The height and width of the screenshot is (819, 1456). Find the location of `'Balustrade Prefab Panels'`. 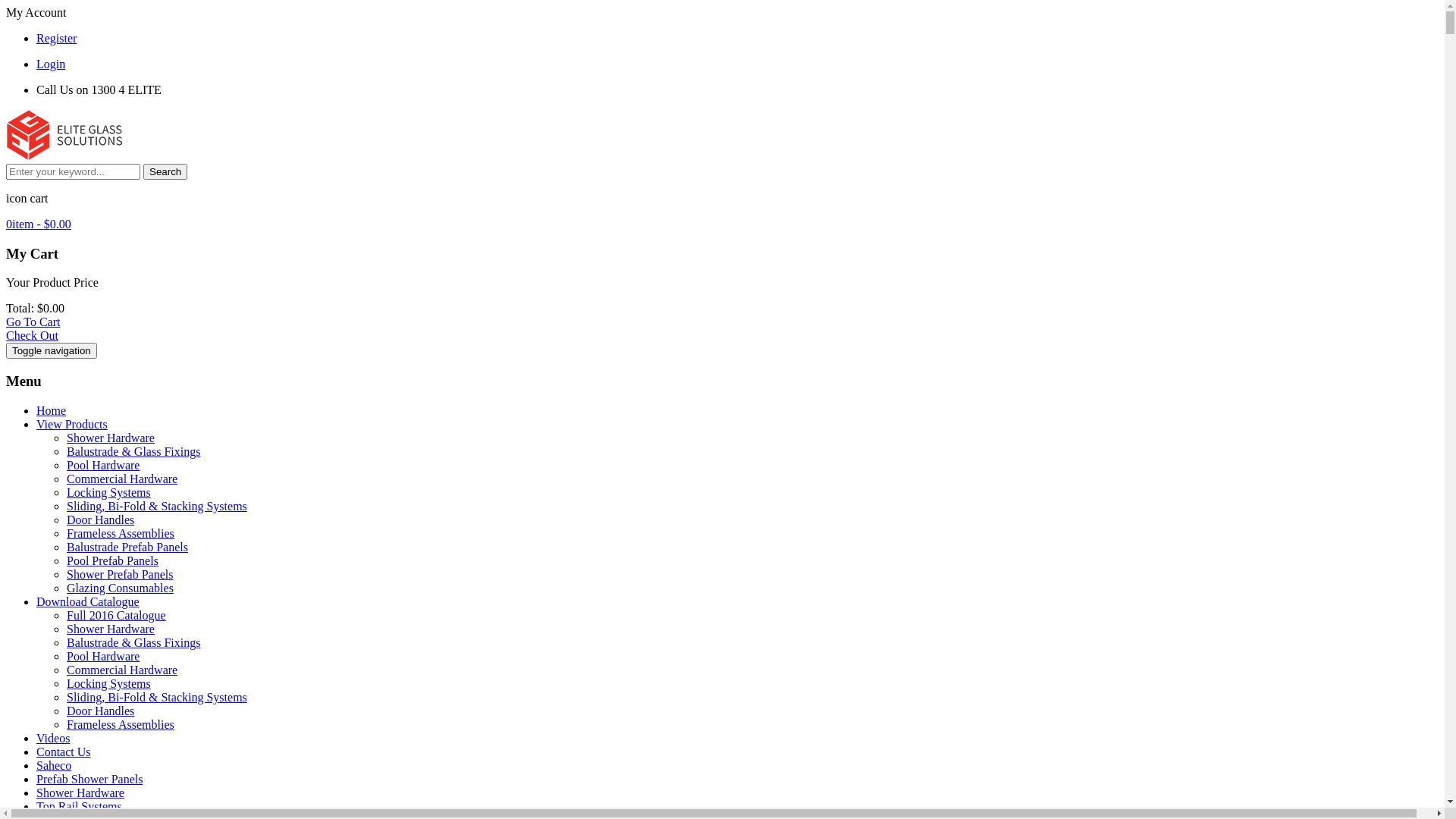

'Balustrade Prefab Panels' is located at coordinates (127, 547).